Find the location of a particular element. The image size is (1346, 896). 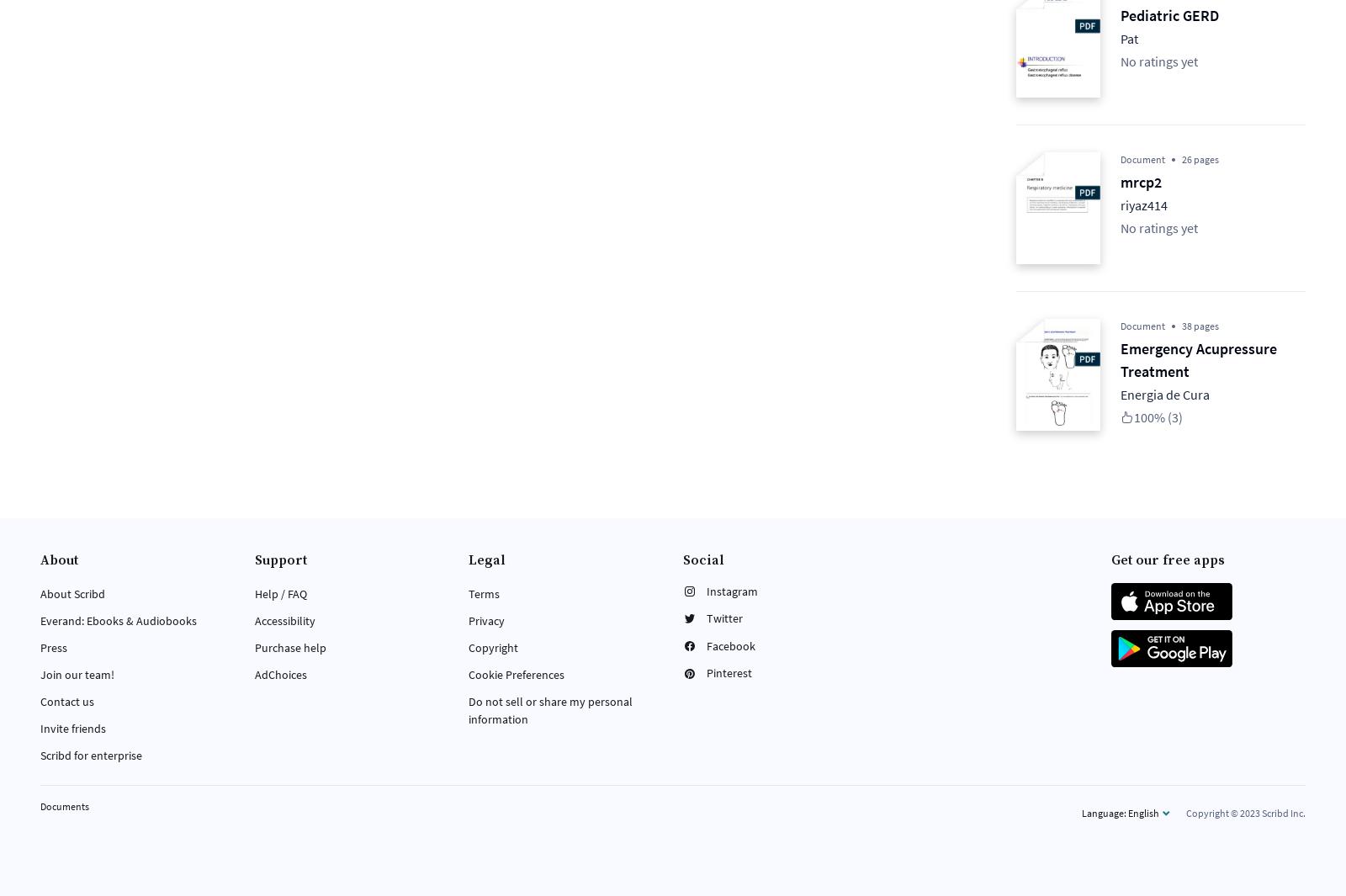

'Support' is located at coordinates (279, 560).